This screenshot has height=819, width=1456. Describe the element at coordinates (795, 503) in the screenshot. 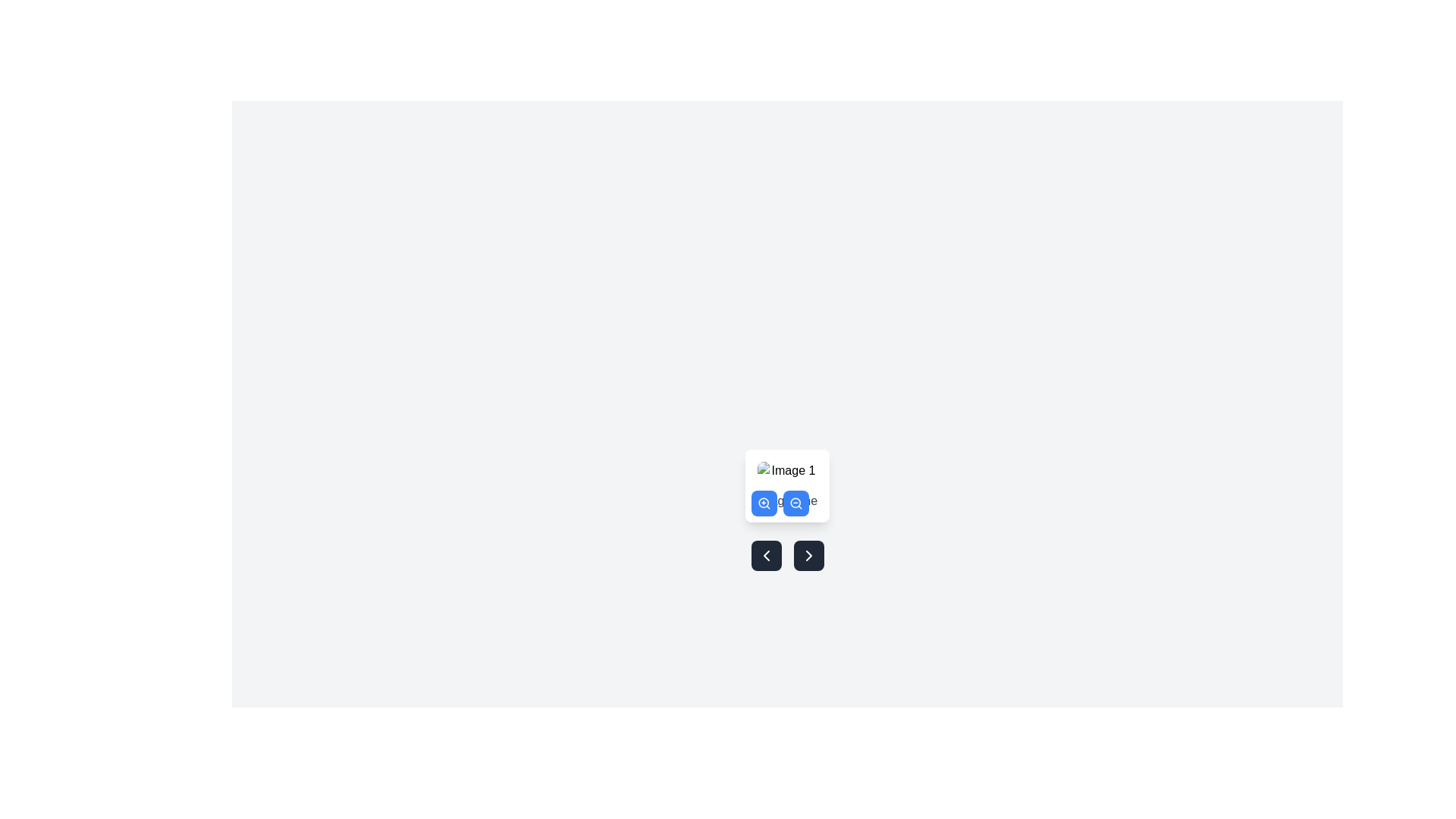

I see `the central circle of the zoom-out button, which is part of a larger zoom control component located below the image display` at that location.